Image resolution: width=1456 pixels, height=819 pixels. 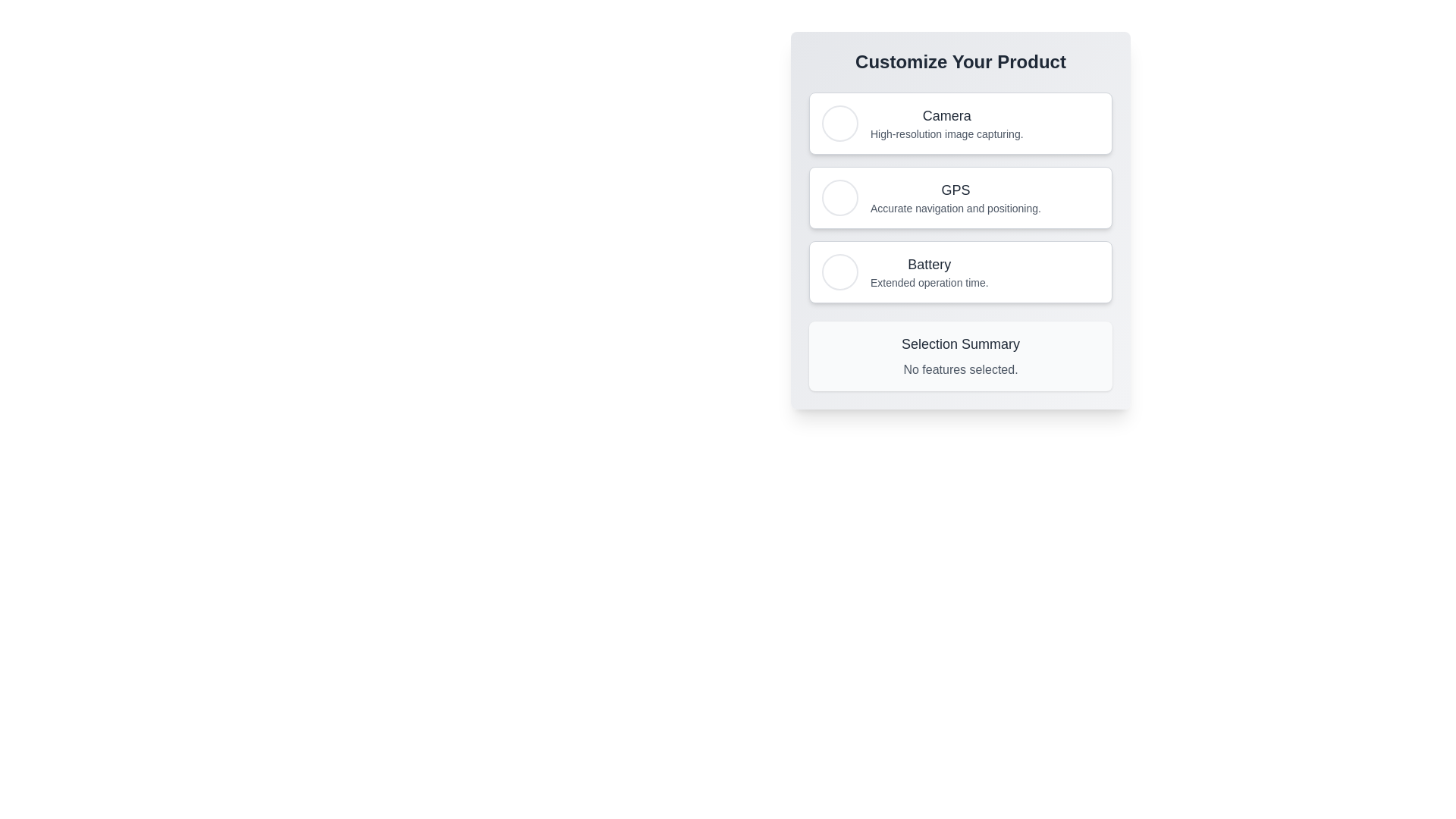 What do you see at coordinates (946, 133) in the screenshot?
I see `the descriptive static text label located below the 'Camera' option in the vertical list of selectable options` at bounding box center [946, 133].